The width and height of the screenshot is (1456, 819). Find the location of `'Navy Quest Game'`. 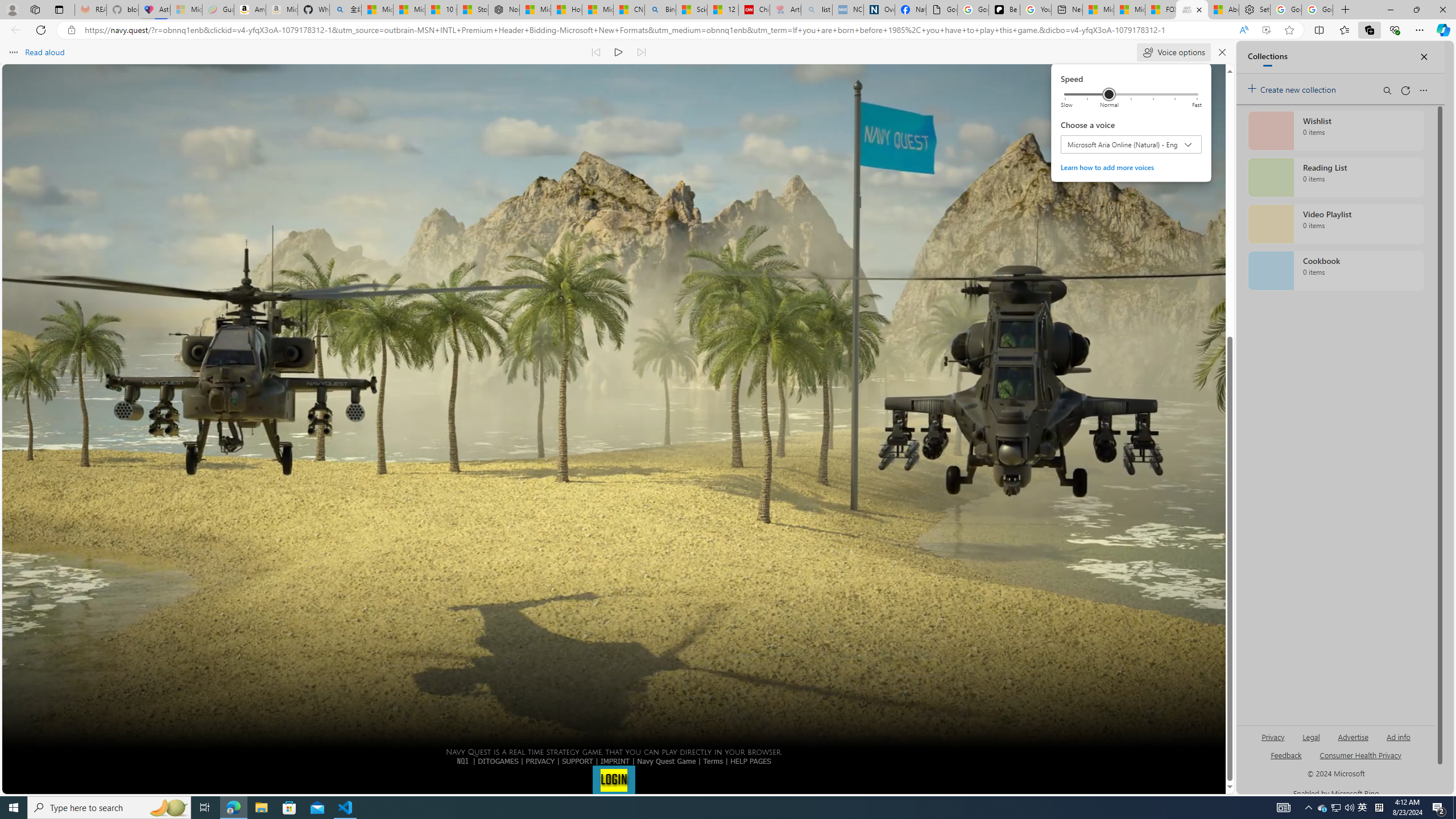

'Navy Quest Game' is located at coordinates (666, 760).